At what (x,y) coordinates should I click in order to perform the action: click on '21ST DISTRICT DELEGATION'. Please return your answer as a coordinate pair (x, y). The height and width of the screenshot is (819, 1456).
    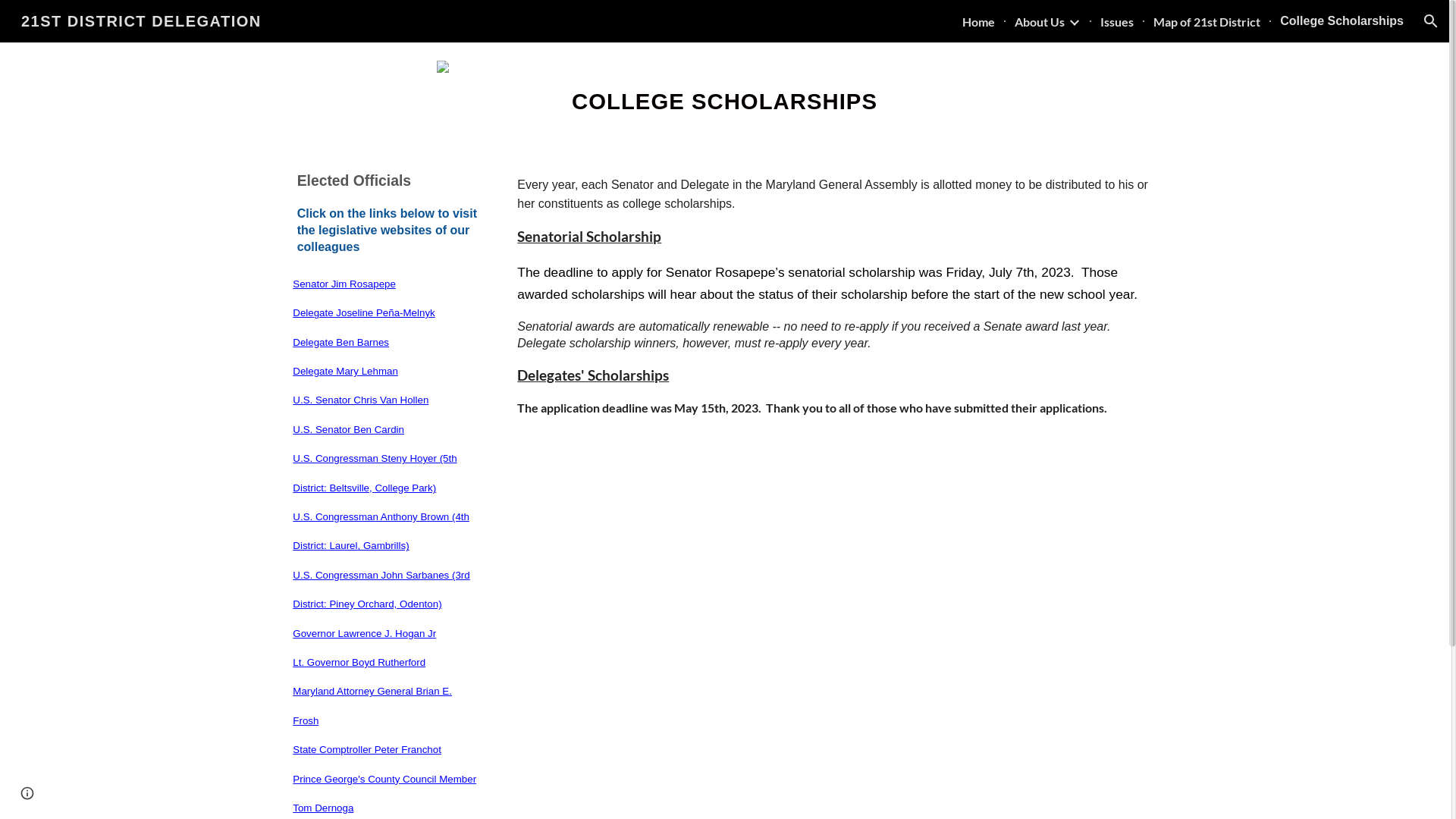
    Looking at the image, I should click on (141, 20).